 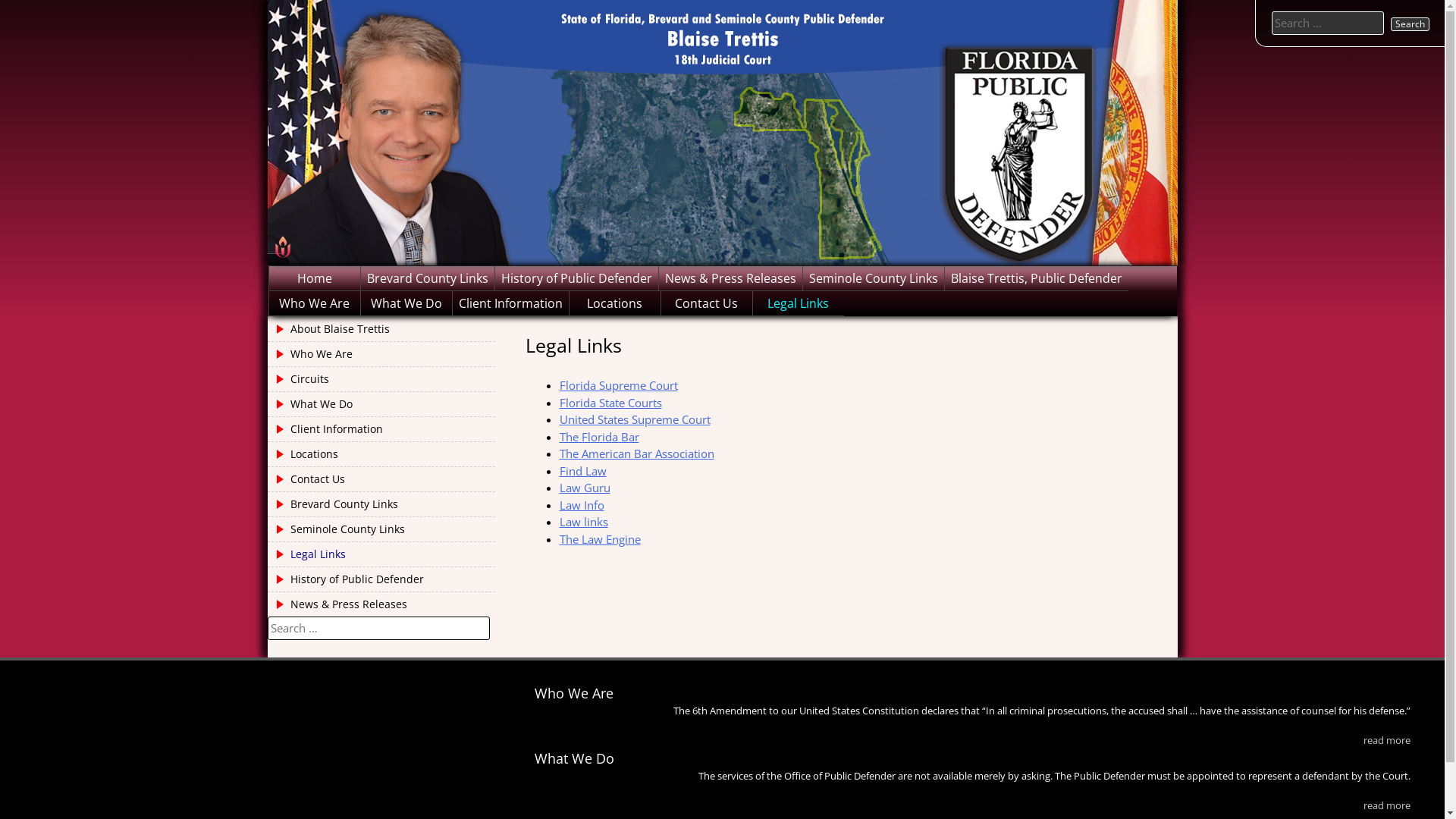 What do you see at coordinates (381, 579) in the screenshot?
I see `'History of Public Defender'` at bounding box center [381, 579].